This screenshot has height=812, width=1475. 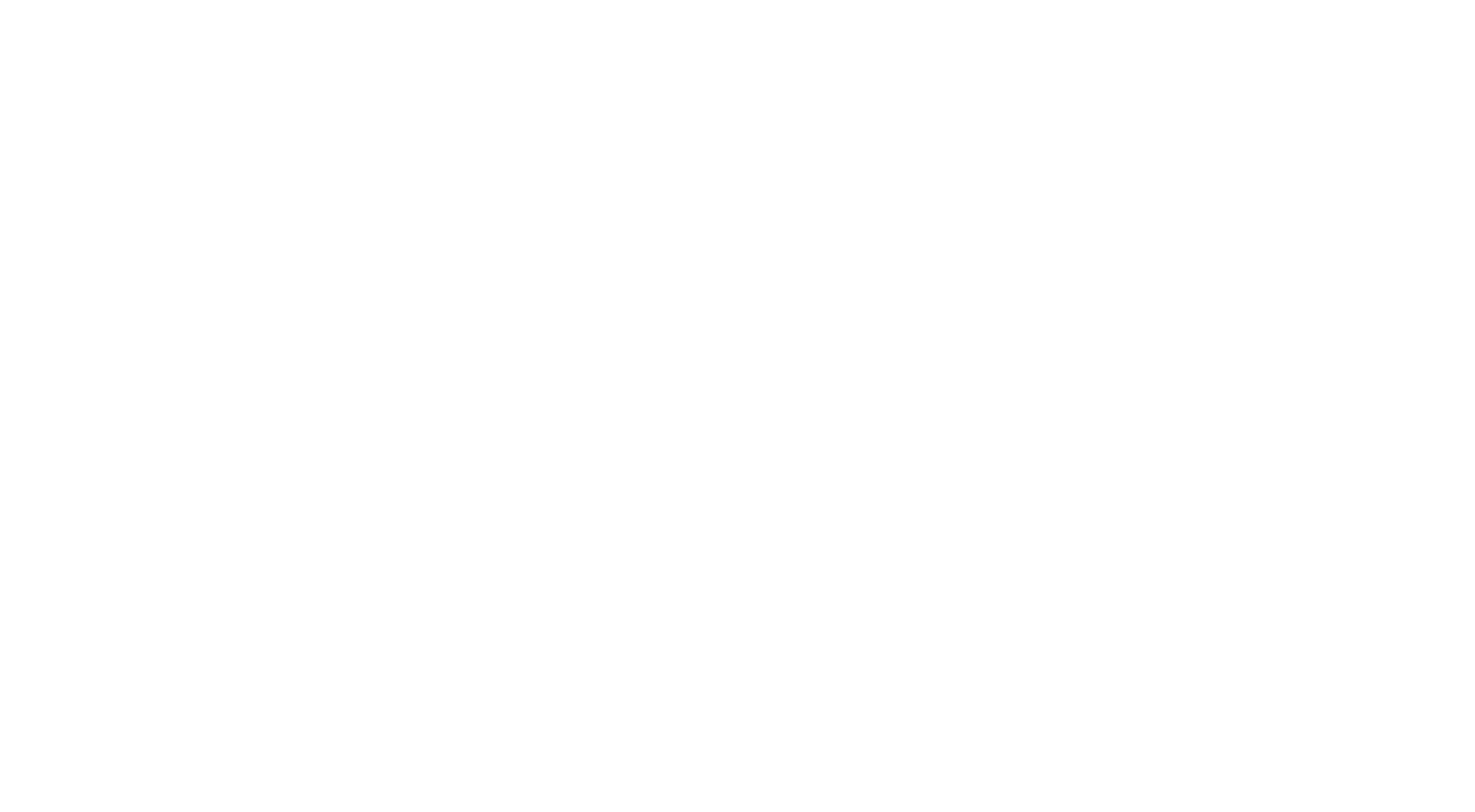 What do you see at coordinates (680, 265) in the screenshot?
I see `'Videos:'` at bounding box center [680, 265].